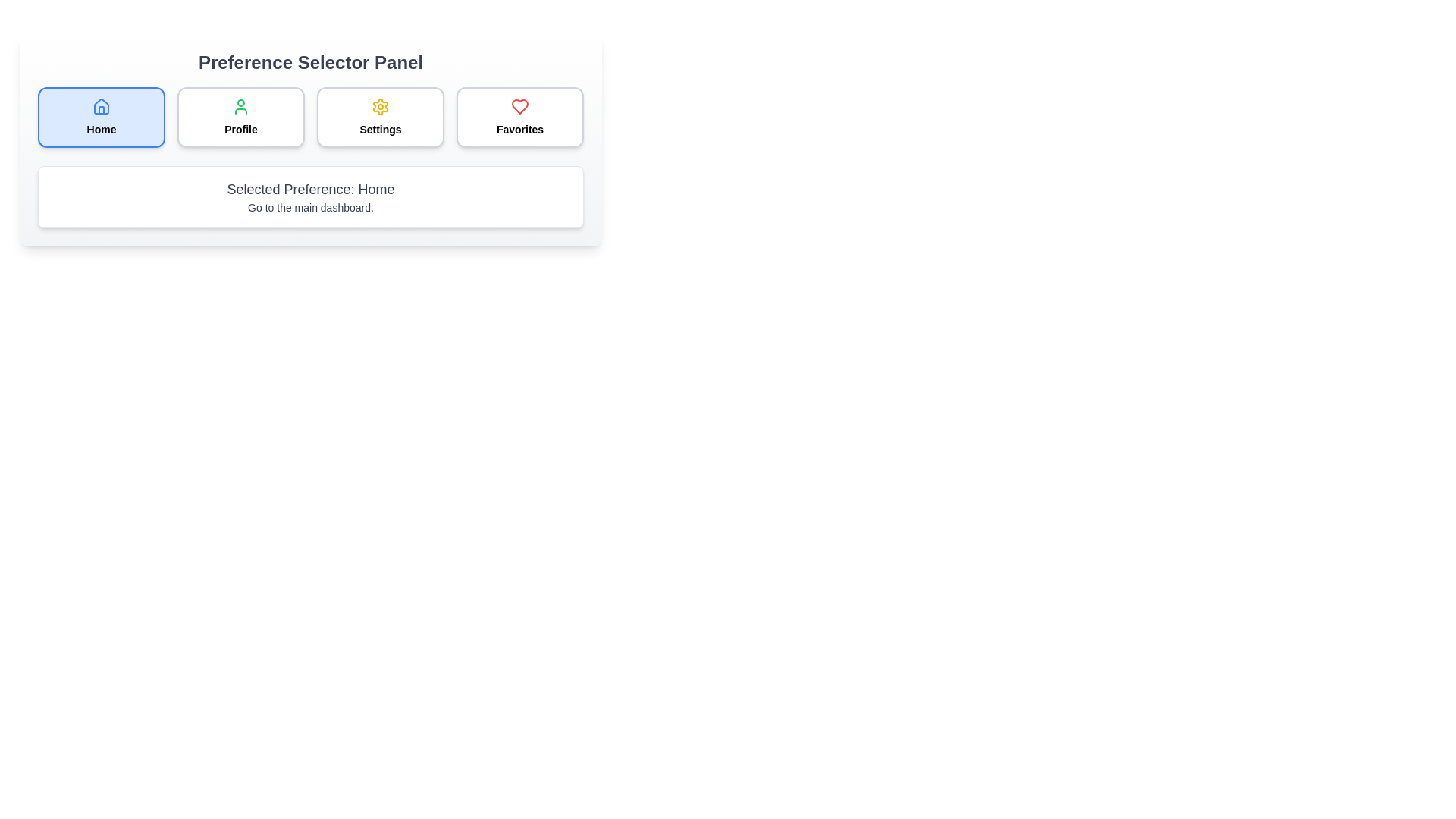 This screenshot has height=819, width=1456. What do you see at coordinates (381, 106) in the screenshot?
I see `the visual state of the gear icon representing settings, located in the 'Settings' button, third from the left in the top row of the interface` at bounding box center [381, 106].